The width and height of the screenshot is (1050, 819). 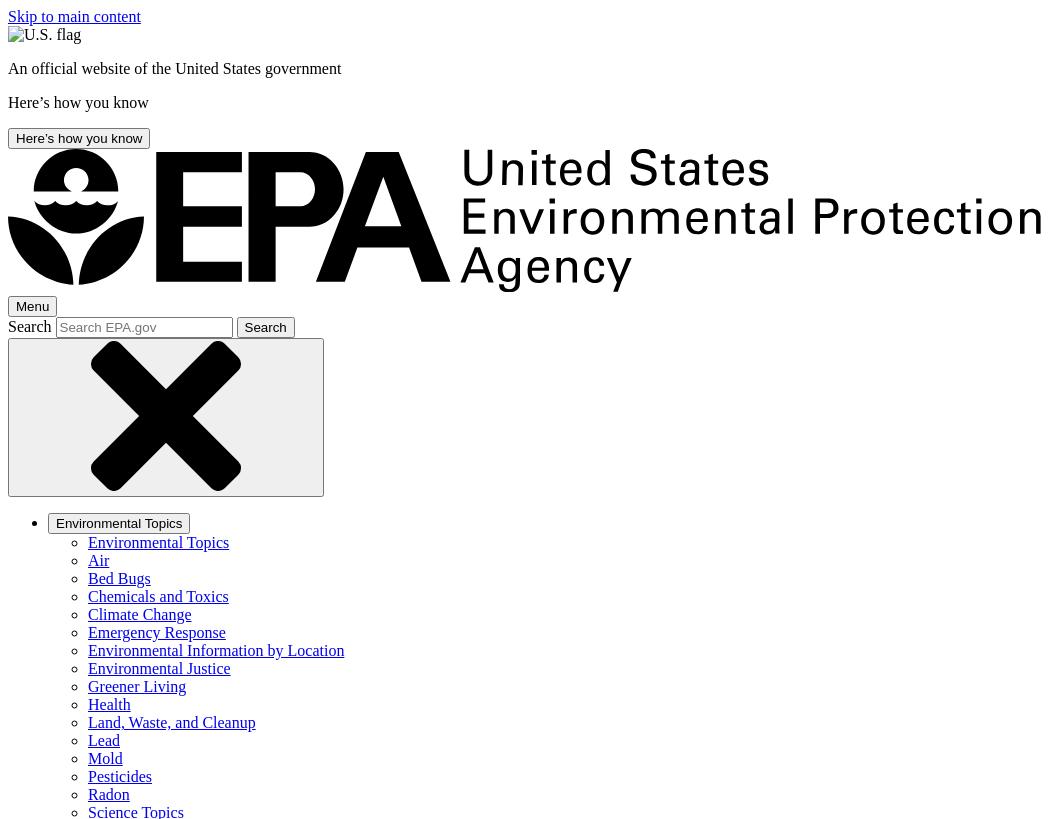 What do you see at coordinates (108, 703) in the screenshot?
I see `'Health'` at bounding box center [108, 703].